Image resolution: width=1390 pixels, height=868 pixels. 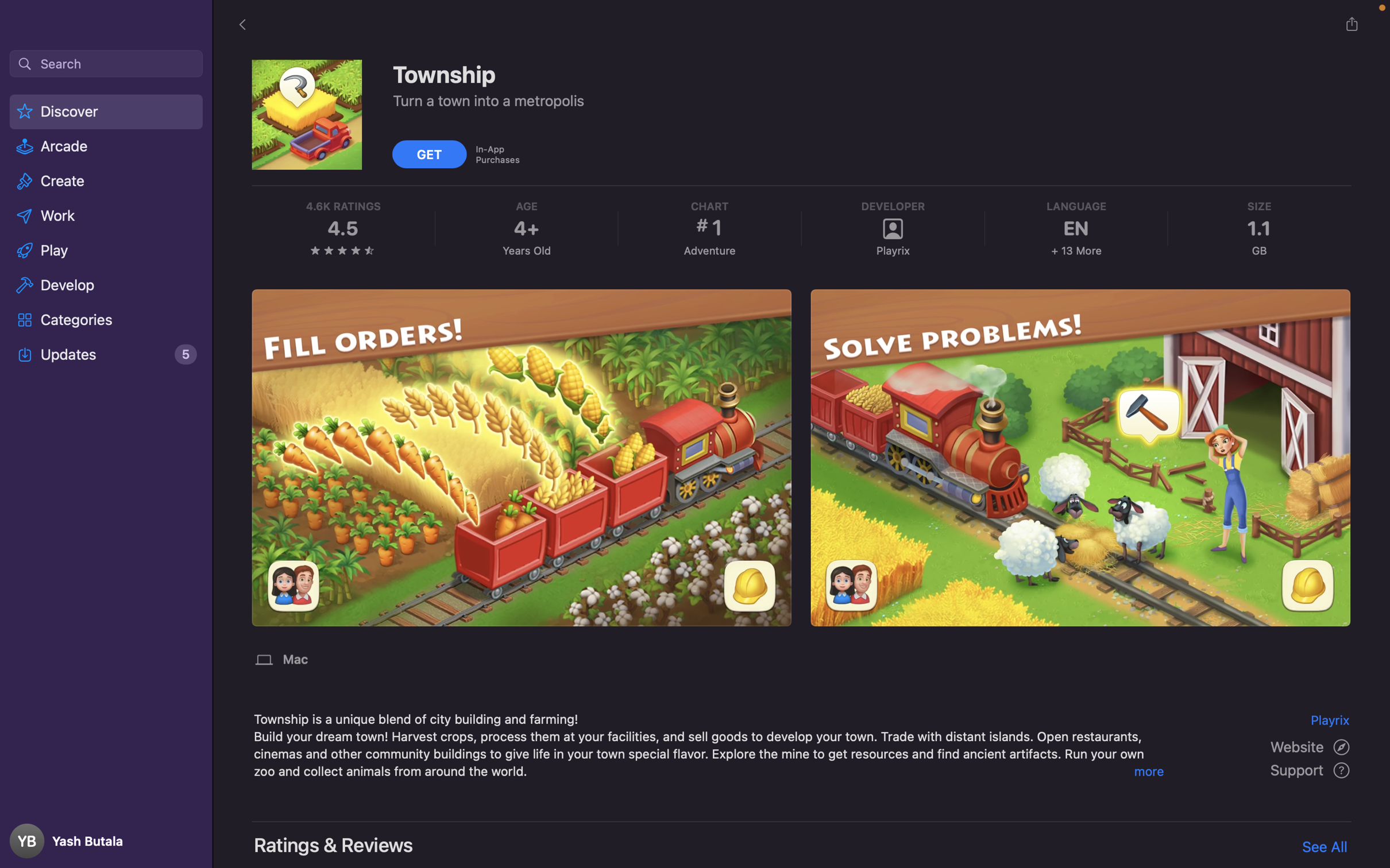 What do you see at coordinates (430, 153) in the screenshot?
I see `the "get" button and subsequently pick "In-App Purchases" for viewing the available in-app purchases` at bounding box center [430, 153].